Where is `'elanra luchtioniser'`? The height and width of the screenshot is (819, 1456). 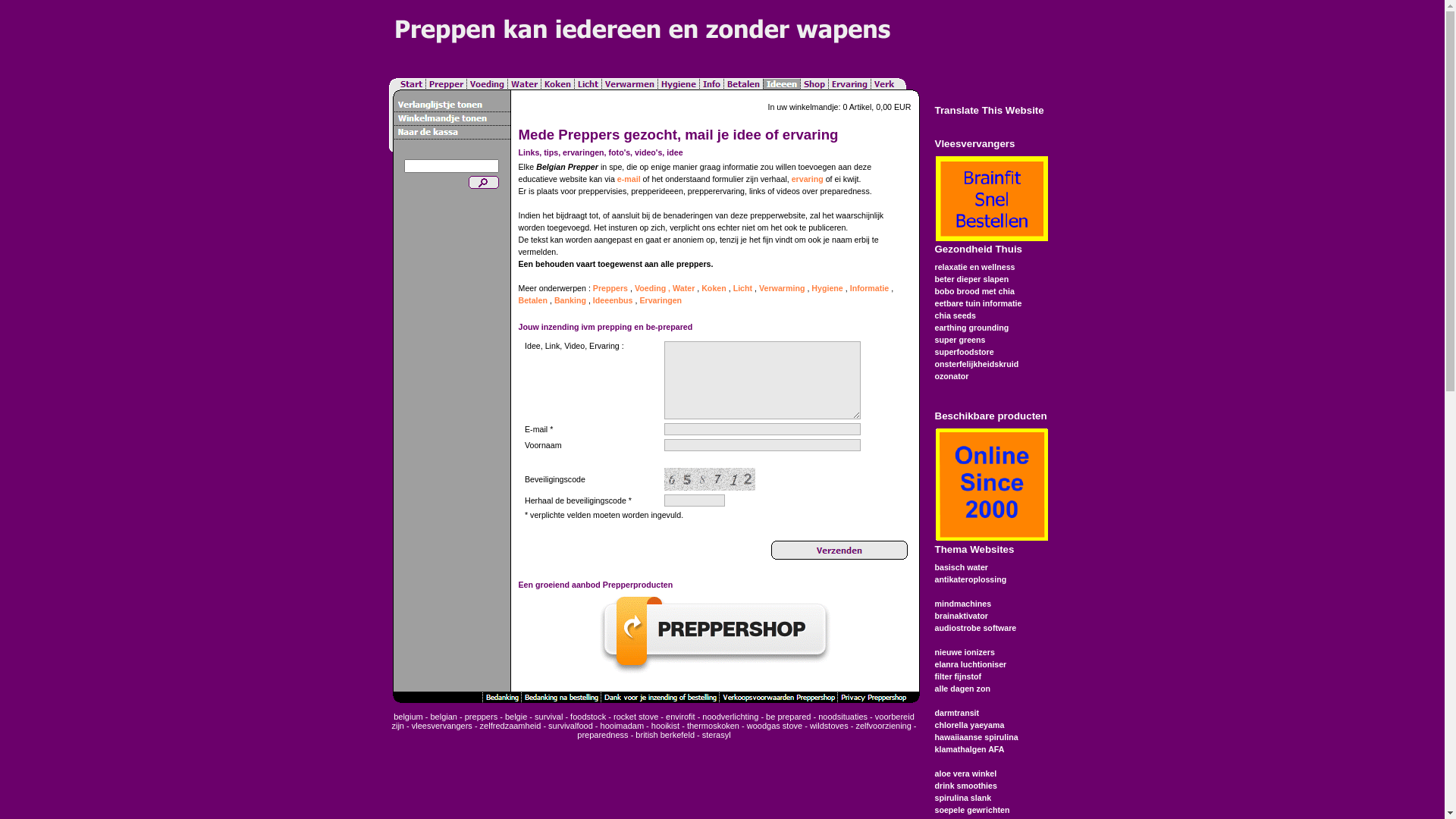
'elanra luchtioniser' is located at coordinates (969, 663).